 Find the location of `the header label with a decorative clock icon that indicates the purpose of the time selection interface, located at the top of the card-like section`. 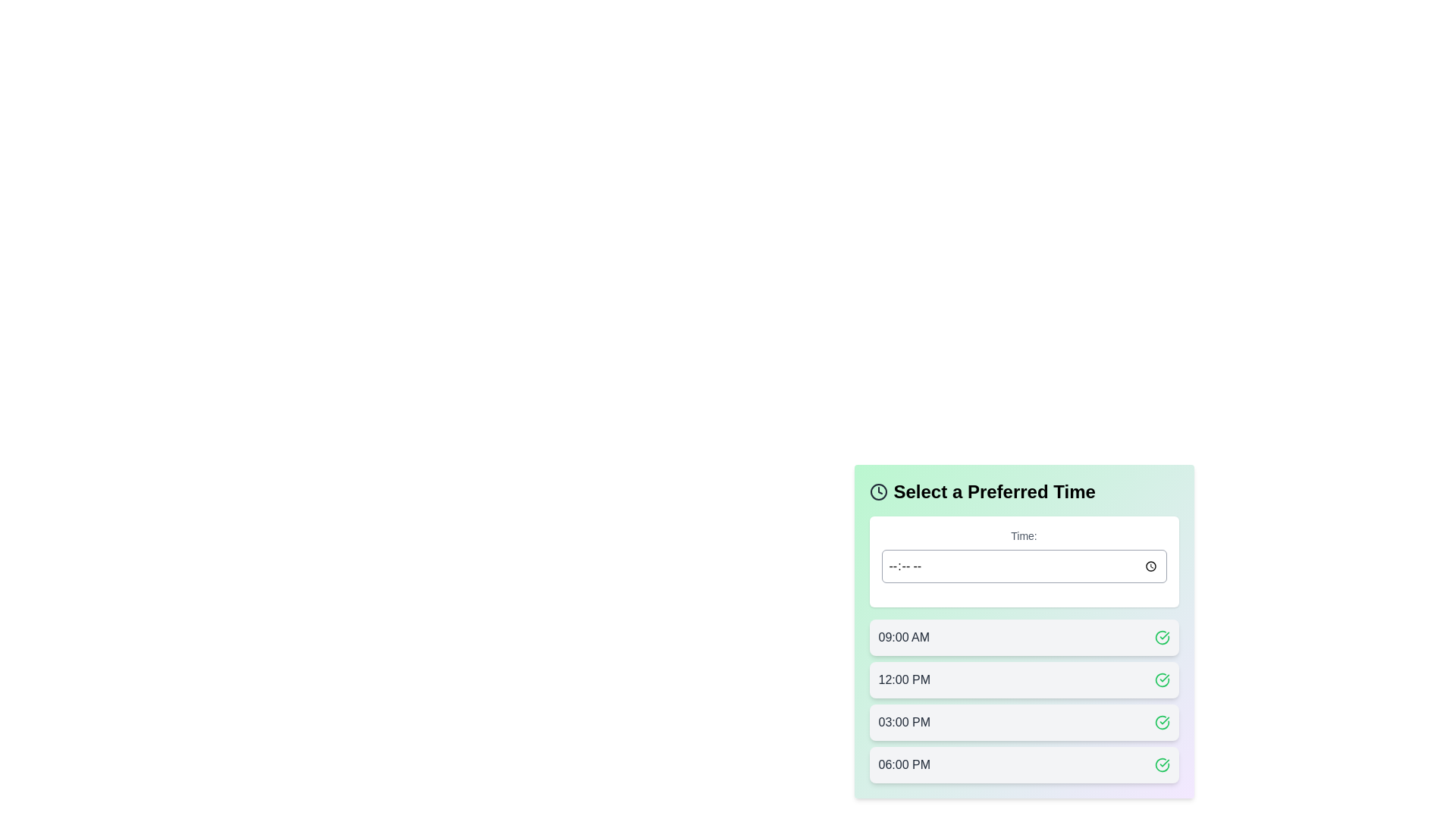

the header label with a decorative clock icon that indicates the purpose of the time selection interface, located at the top of the card-like section is located at coordinates (1024, 491).